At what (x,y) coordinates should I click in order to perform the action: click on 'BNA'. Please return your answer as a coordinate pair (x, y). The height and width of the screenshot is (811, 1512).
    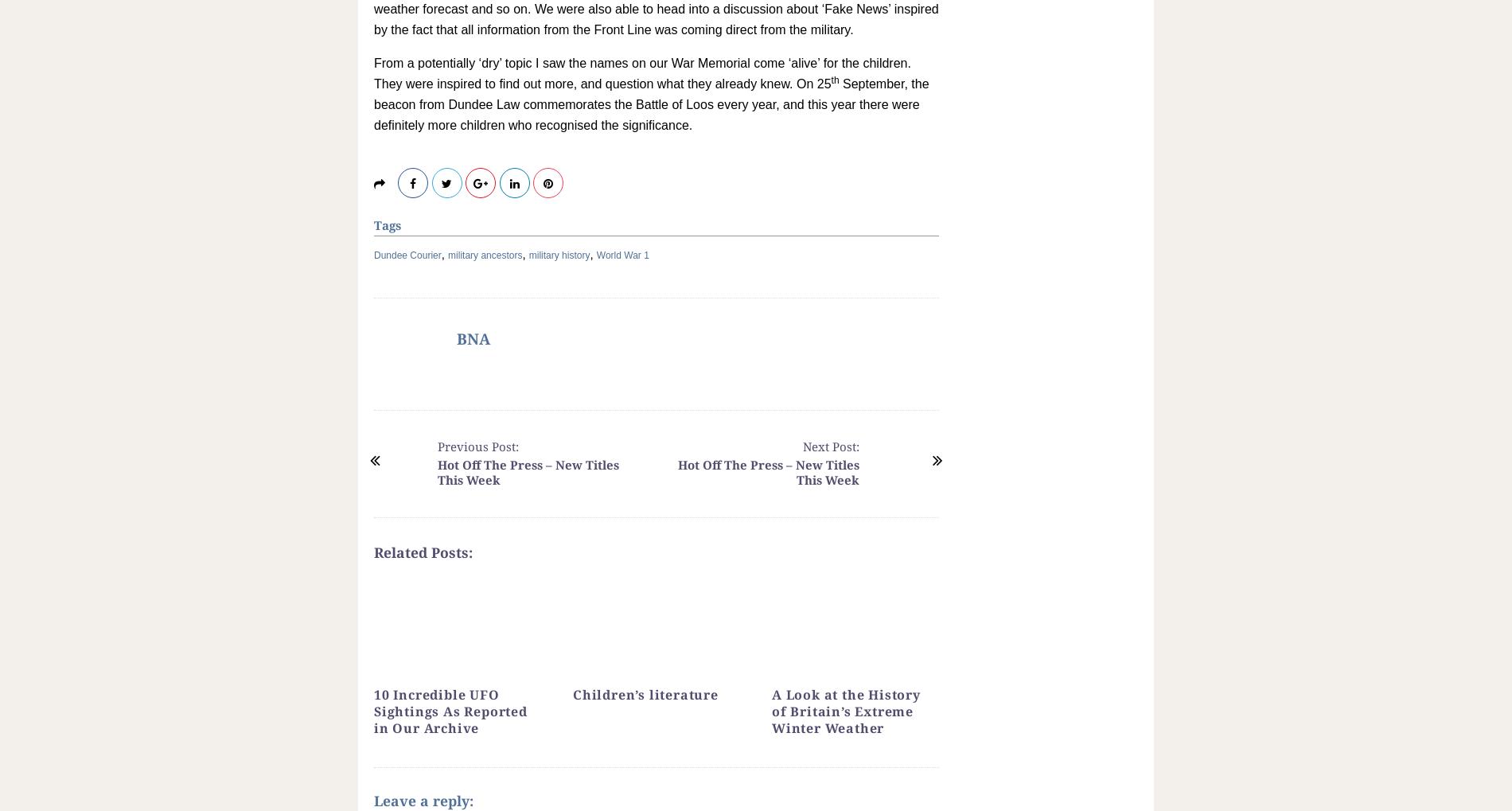
    Looking at the image, I should click on (473, 339).